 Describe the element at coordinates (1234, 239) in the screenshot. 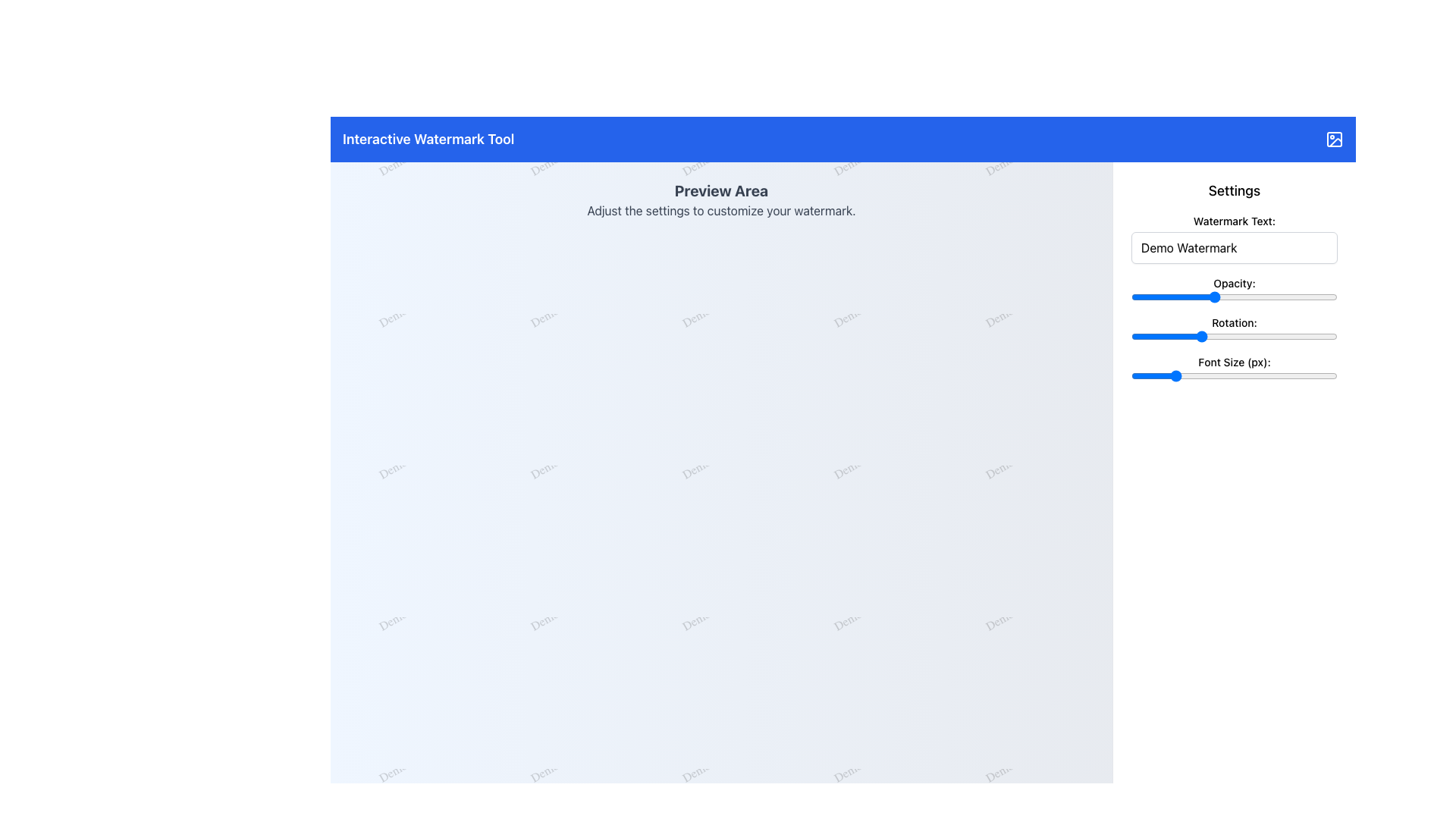

I see `the text input field labeled 'Watermark Text:' in the Settings panel to place the cursor for editing` at that location.